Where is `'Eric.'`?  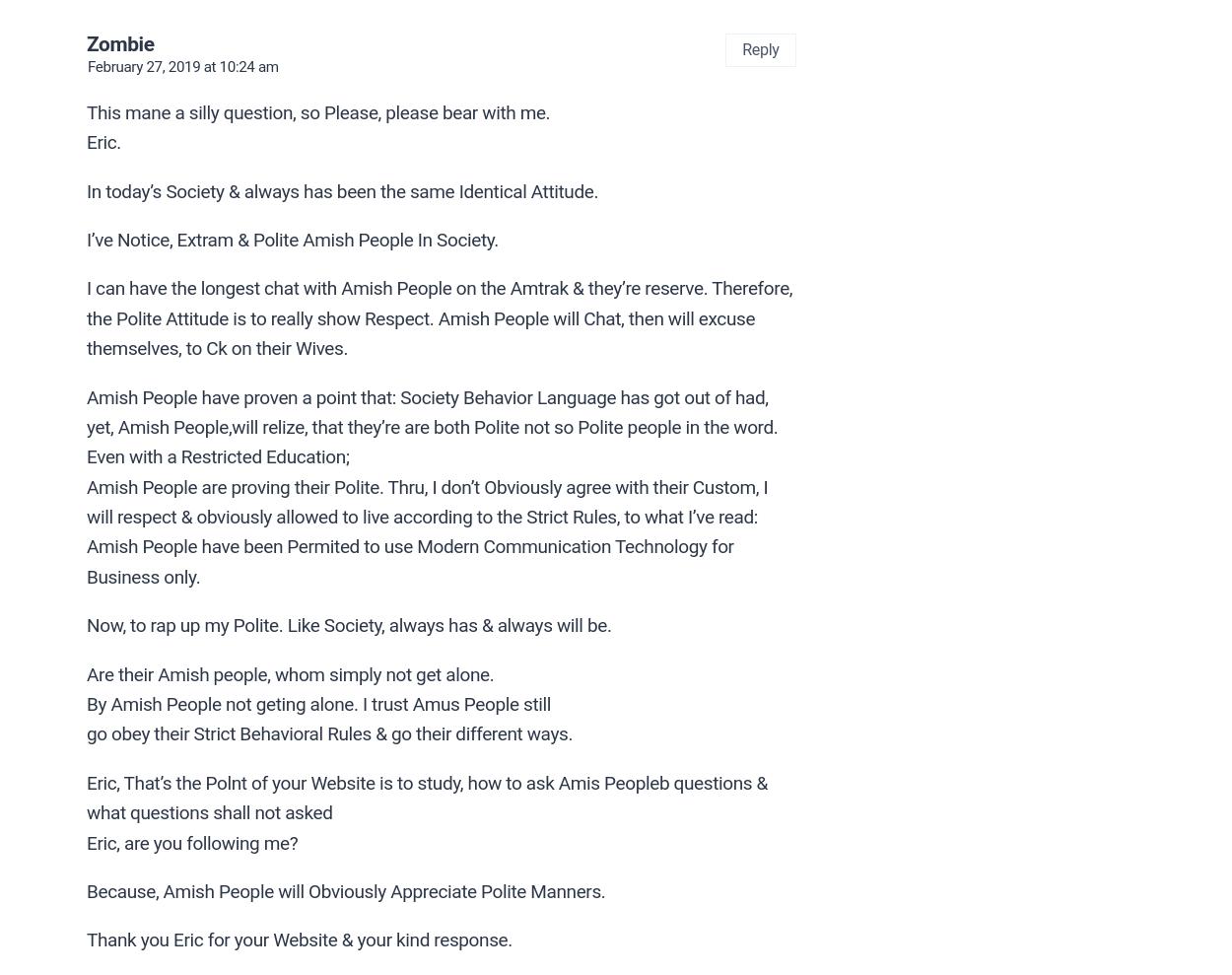 'Eric.' is located at coordinates (86, 141).